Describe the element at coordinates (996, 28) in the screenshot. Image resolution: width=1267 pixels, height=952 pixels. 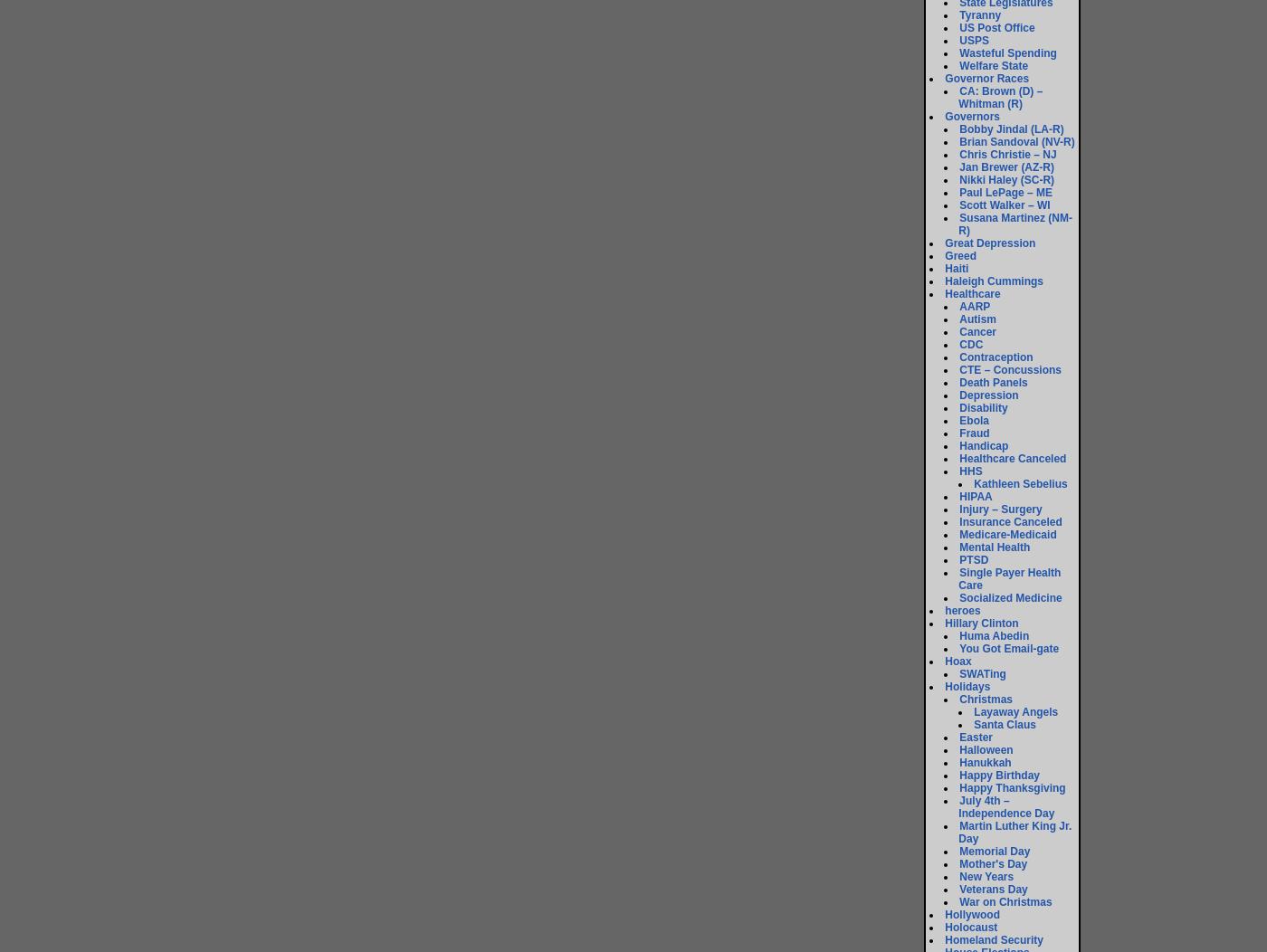
I see `'US Post Office'` at that location.